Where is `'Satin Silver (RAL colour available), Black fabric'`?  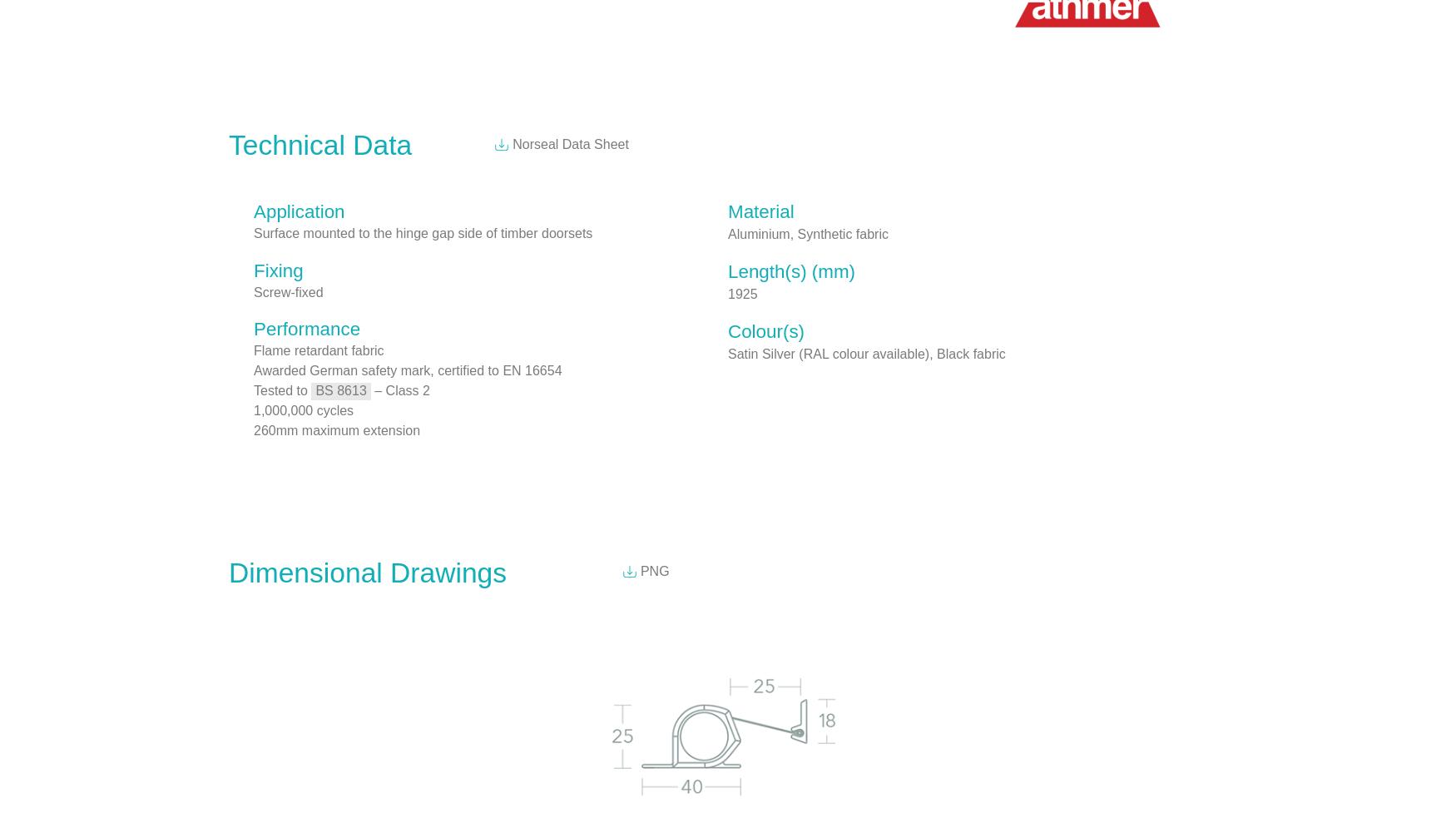 'Satin Silver (RAL colour available), Black fabric' is located at coordinates (728, 352).